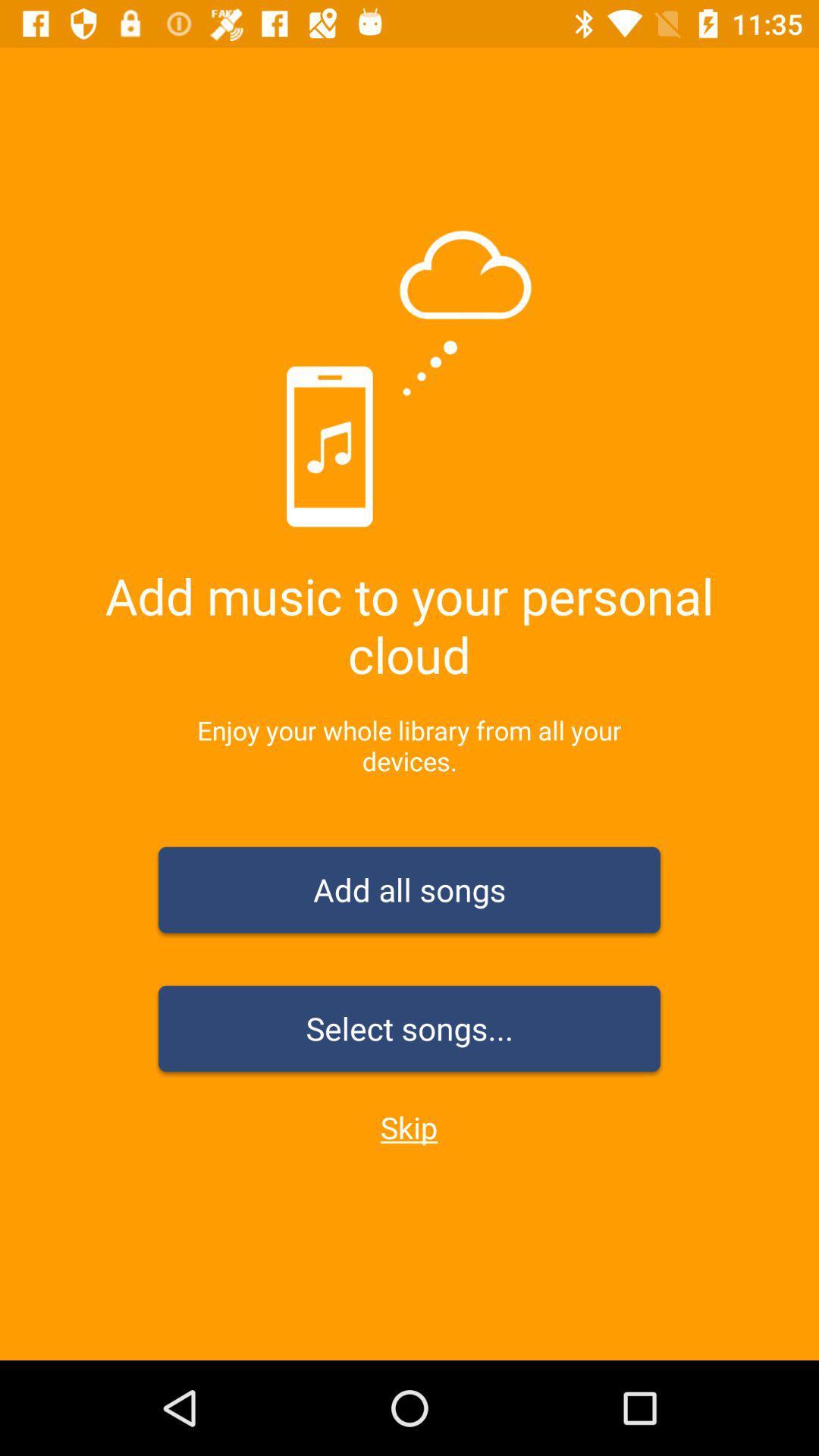 This screenshot has width=819, height=1456. Describe the element at coordinates (409, 1031) in the screenshot. I see `the icon below the add all songs icon` at that location.